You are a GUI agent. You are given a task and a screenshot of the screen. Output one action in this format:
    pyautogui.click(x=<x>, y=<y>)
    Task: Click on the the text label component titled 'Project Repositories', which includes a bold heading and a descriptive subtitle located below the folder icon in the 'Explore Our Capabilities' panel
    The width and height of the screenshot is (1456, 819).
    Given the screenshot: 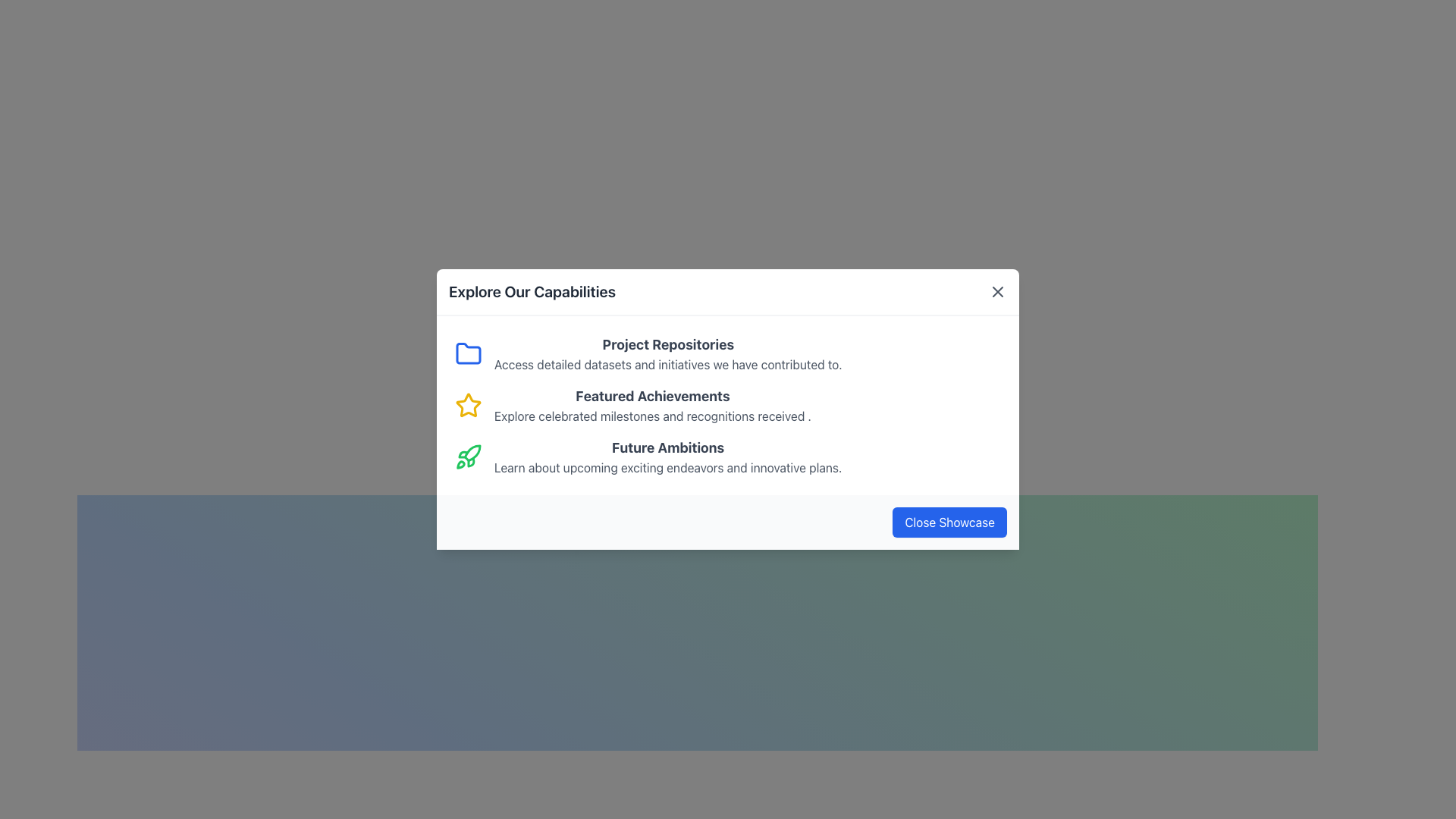 What is the action you would take?
    pyautogui.click(x=667, y=353)
    